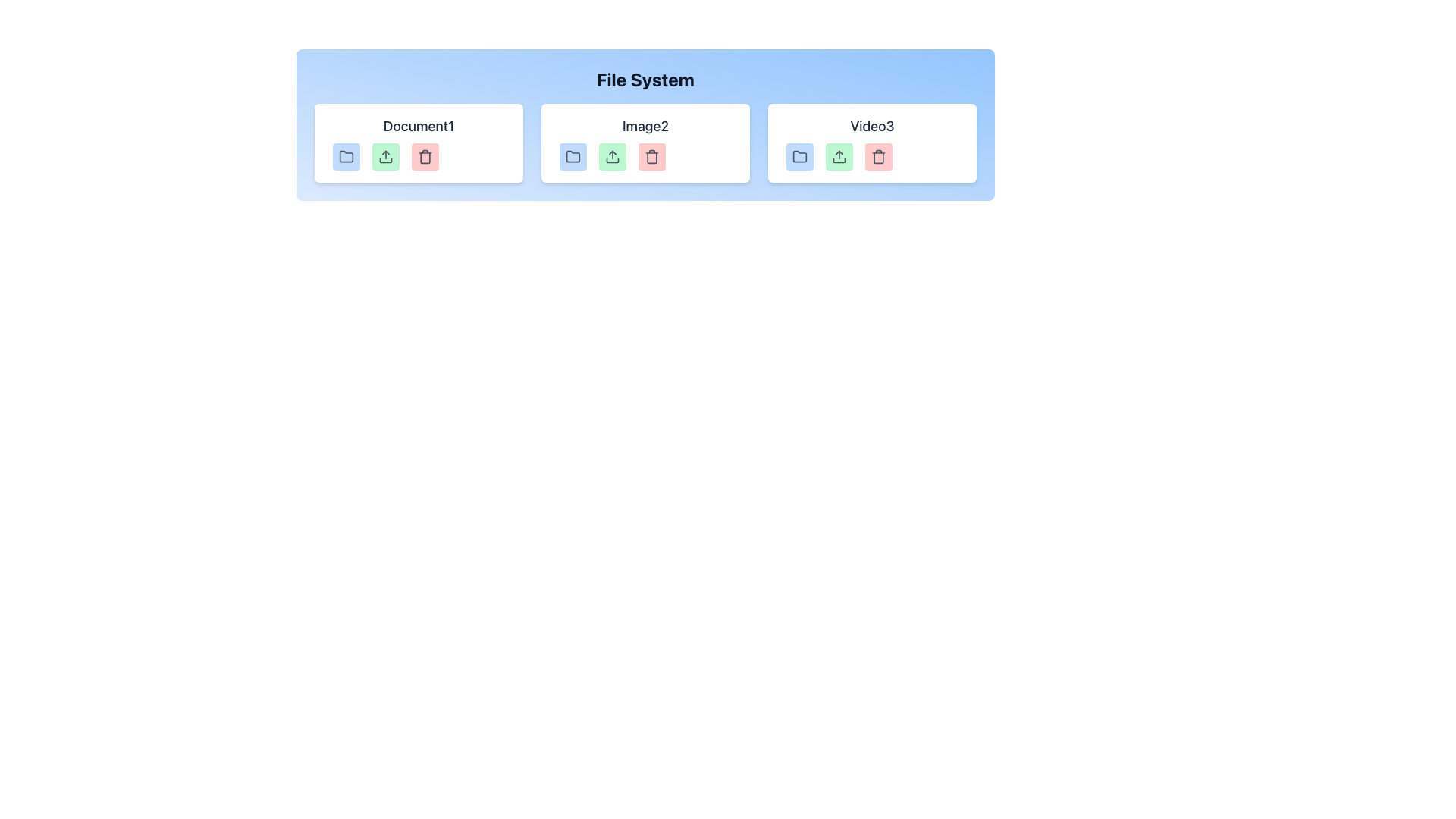 The height and width of the screenshot is (819, 1456). I want to click on the light green button with a white upward arrow icon, located between the blue folder icon and the red trash bin icon, under the 'Image2' label, so click(612, 157).